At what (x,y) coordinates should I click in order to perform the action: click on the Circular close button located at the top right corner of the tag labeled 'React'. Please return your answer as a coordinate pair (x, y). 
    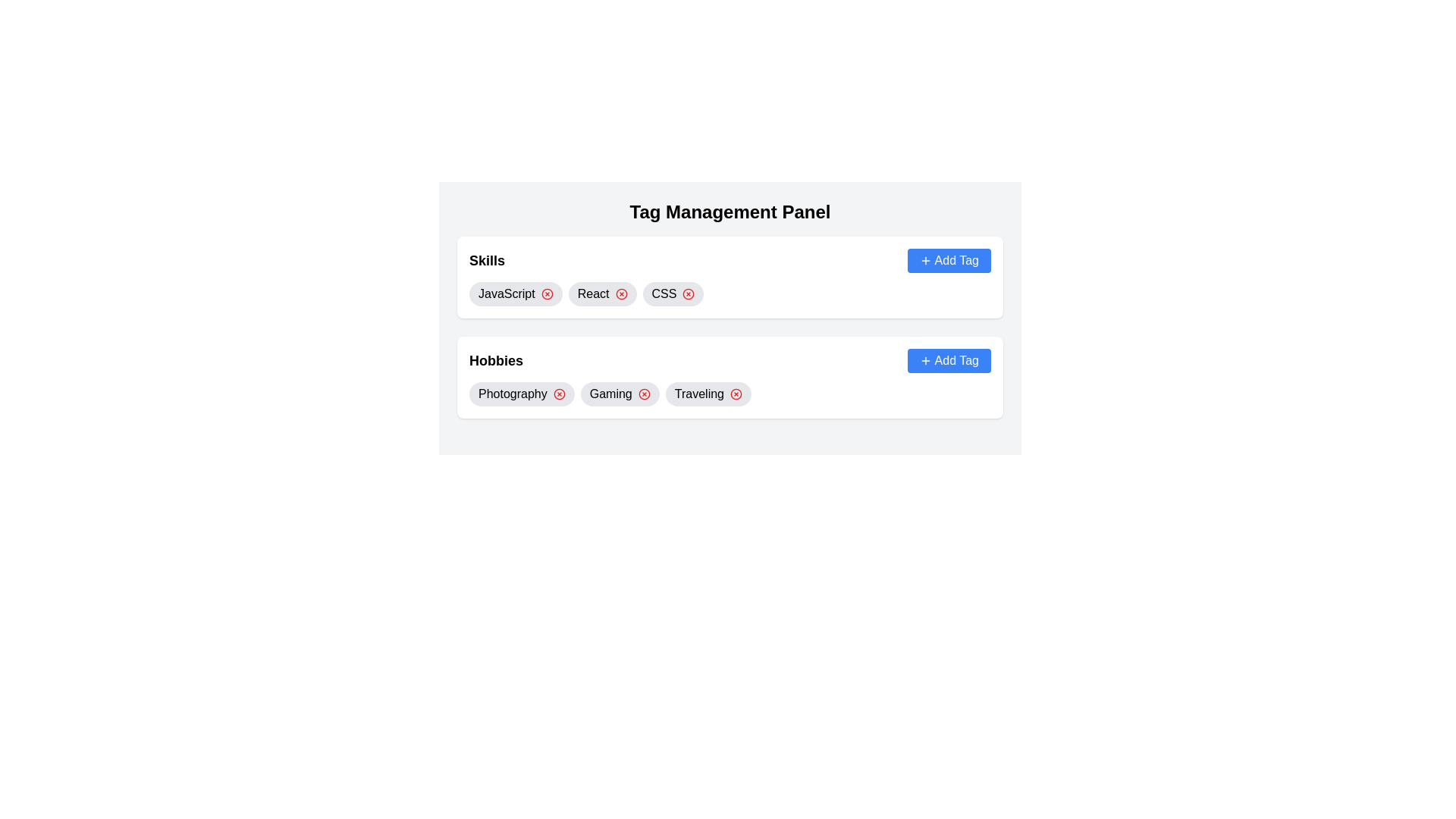
    Looking at the image, I should click on (621, 294).